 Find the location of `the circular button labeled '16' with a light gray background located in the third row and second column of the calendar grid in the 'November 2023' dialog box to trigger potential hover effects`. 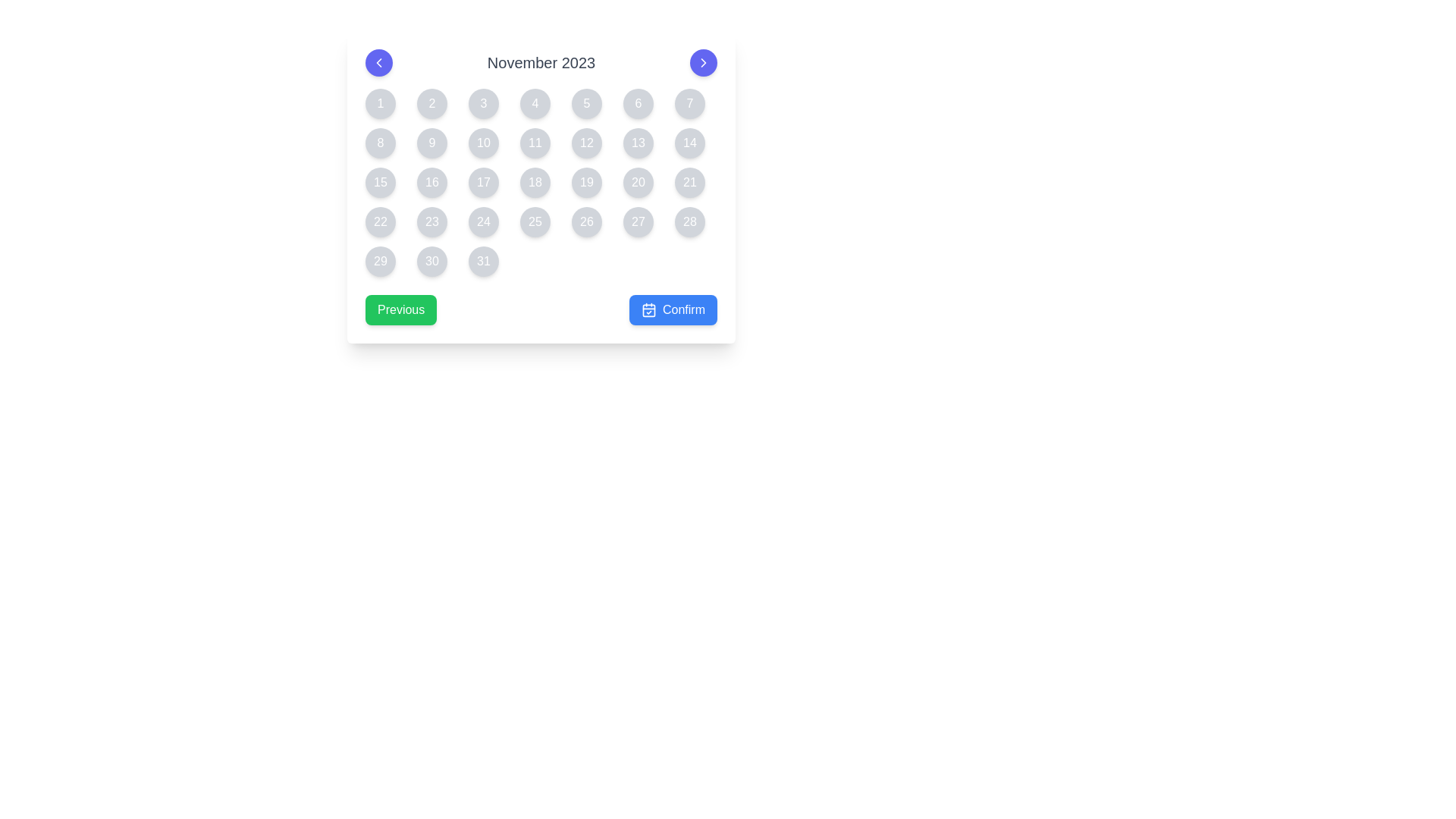

the circular button labeled '16' with a light gray background located in the third row and second column of the calendar grid in the 'November 2023' dialog box to trigger potential hover effects is located at coordinates (431, 181).